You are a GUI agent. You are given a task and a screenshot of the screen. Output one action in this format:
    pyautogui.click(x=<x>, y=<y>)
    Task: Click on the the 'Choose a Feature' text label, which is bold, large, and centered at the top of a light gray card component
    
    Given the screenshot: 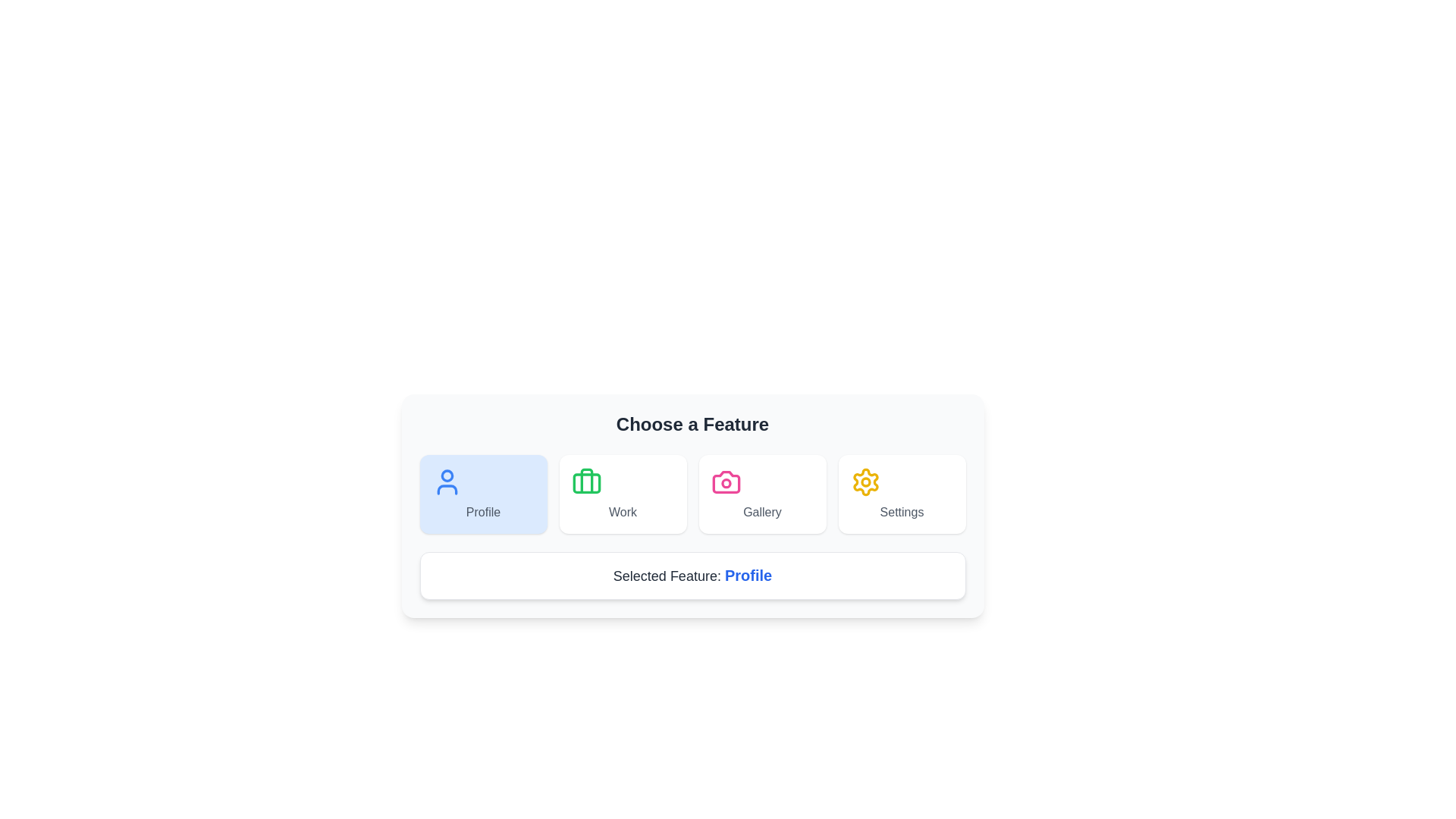 What is the action you would take?
    pyautogui.click(x=692, y=424)
    